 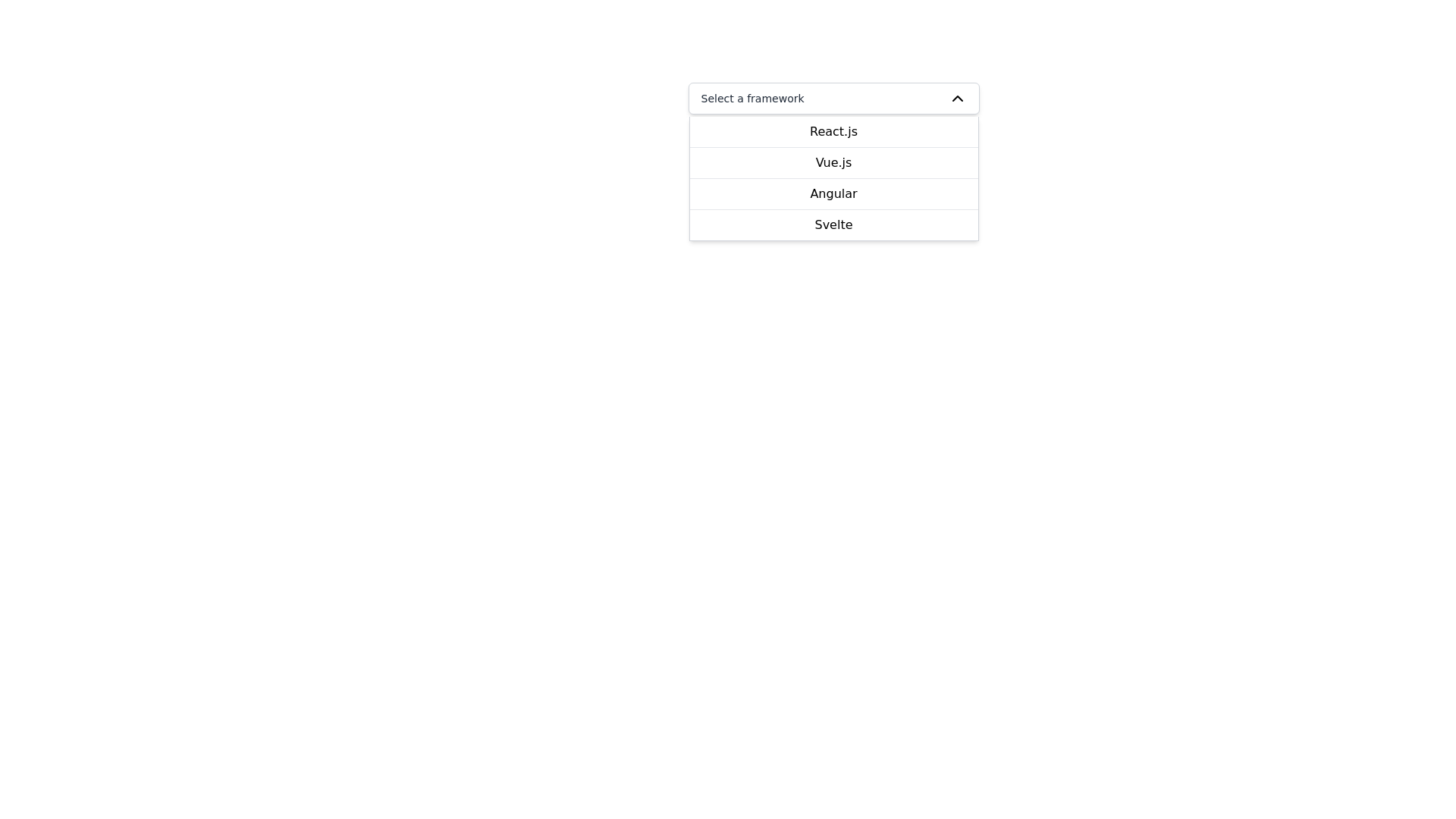 I want to click on the 'Angular' dropdown menu item, which is the third option in the dropdown list located between 'Vue.js' and 'Svelte', so click(x=833, y=193).